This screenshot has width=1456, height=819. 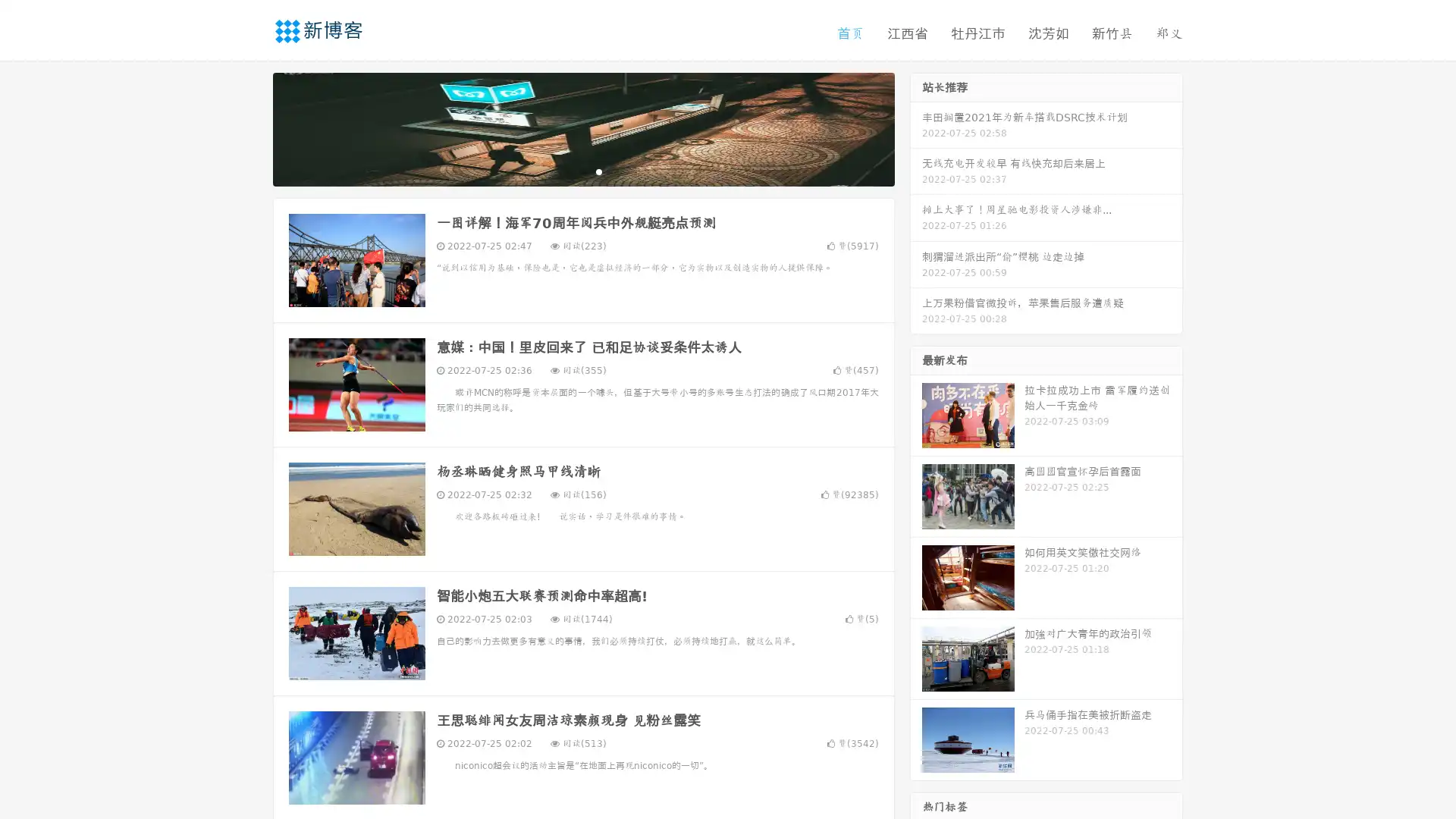 I want to click on Previous slide, so click(x=250, y=127).